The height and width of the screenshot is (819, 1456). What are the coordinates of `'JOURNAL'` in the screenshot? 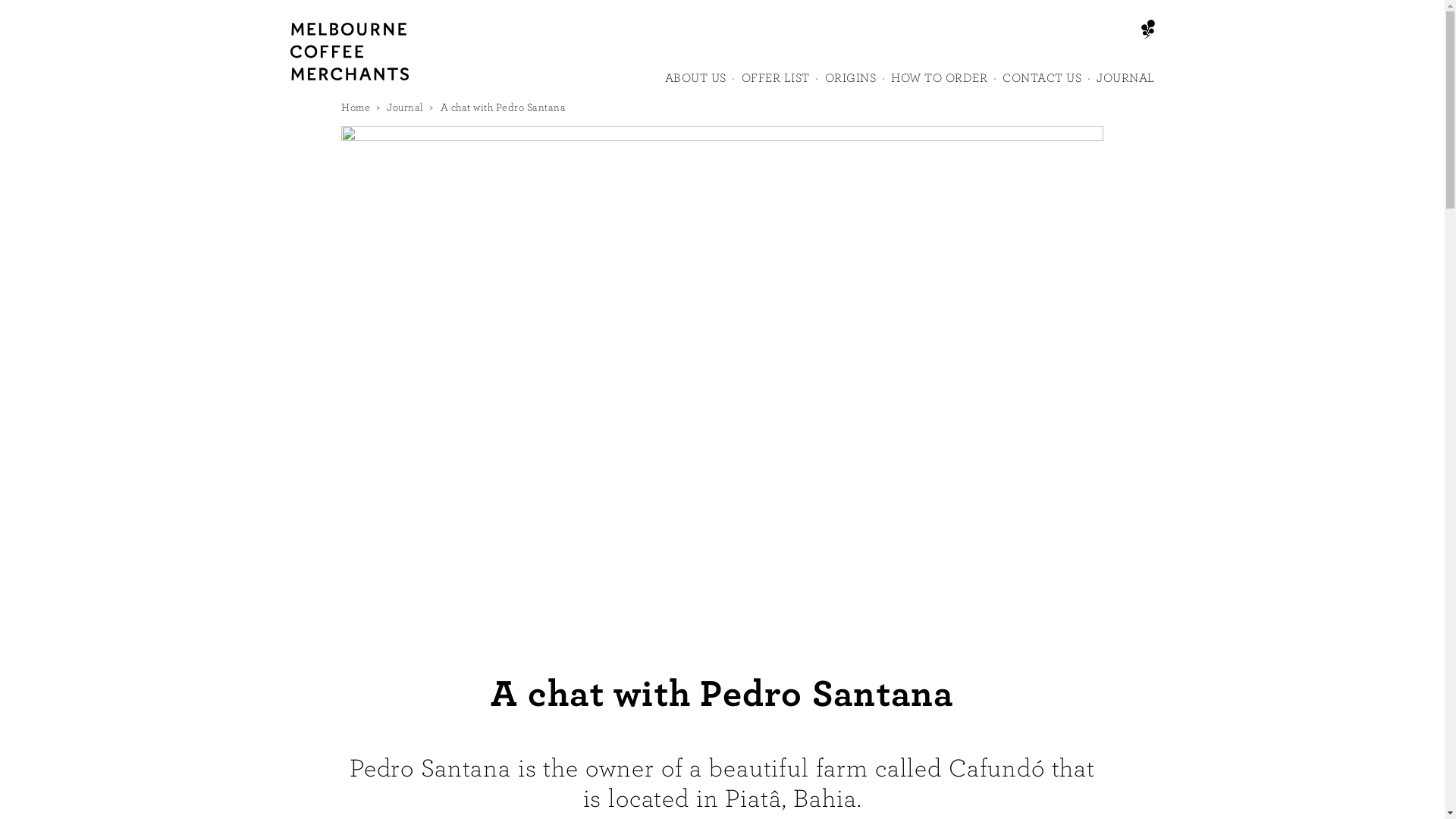 It's located at (1125, 84).